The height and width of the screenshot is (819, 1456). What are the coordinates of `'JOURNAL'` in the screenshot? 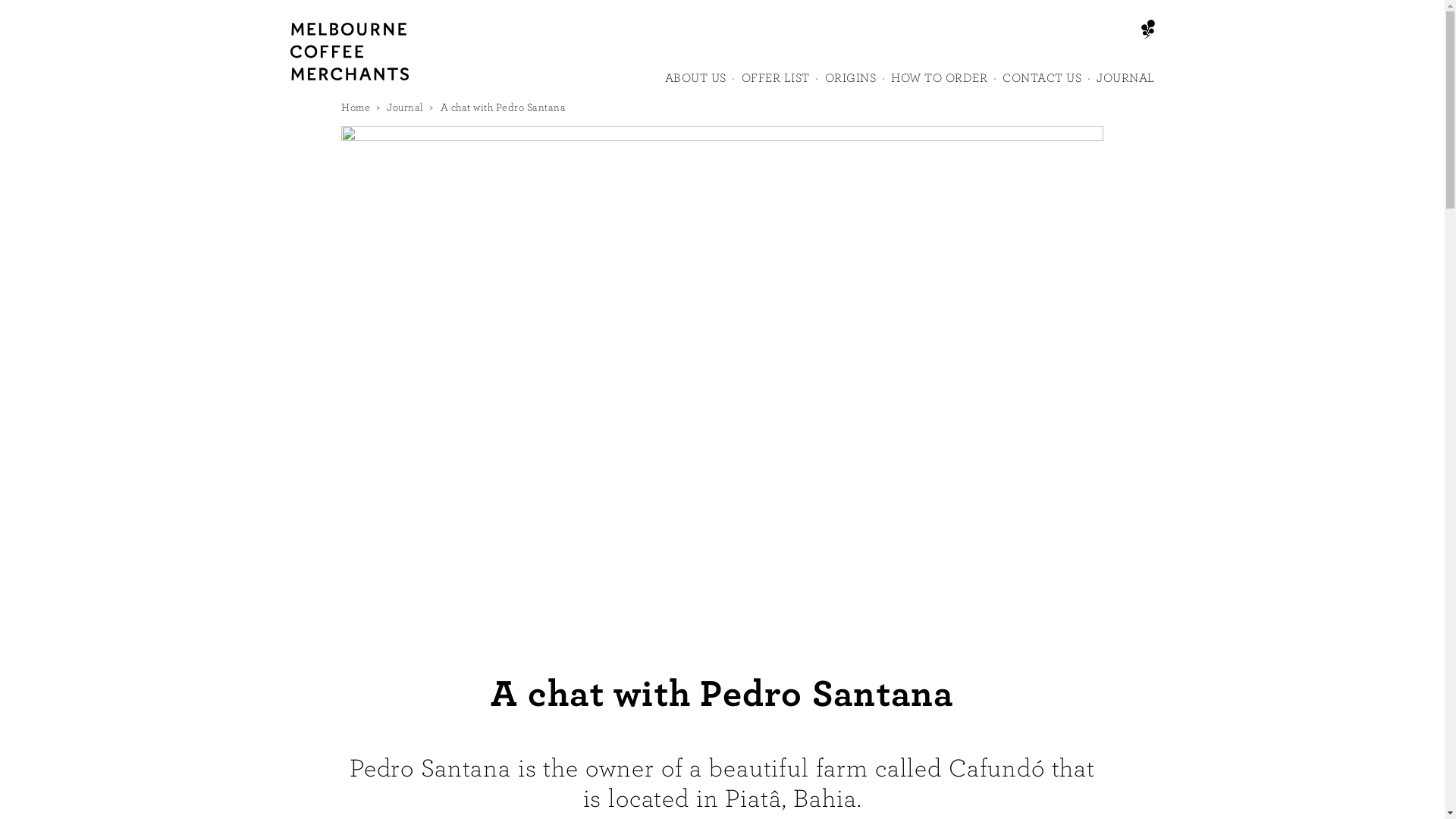 It's located at (1125, 84).